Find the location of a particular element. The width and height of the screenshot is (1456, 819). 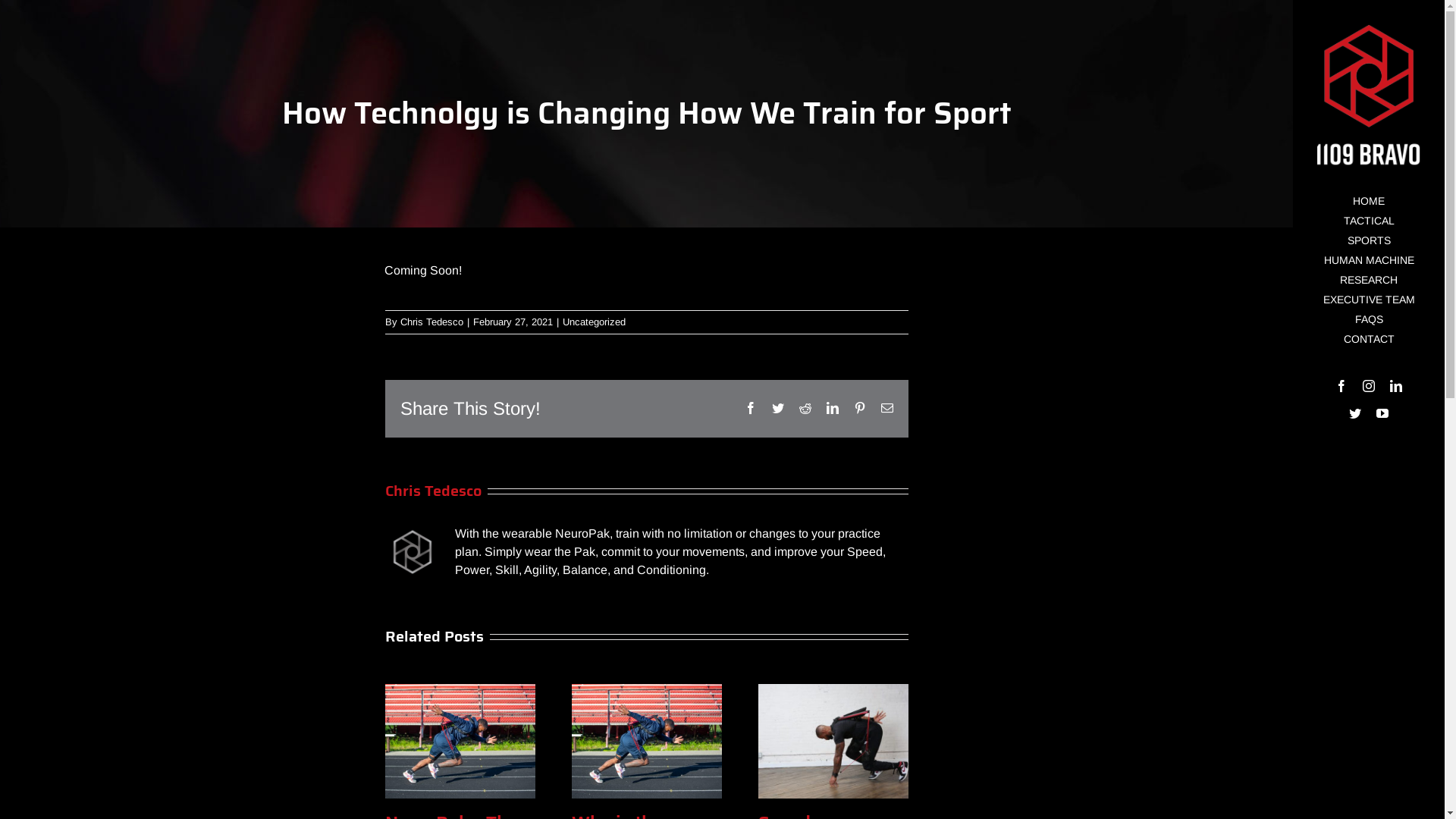

'Twitter' is located at coordinates (1354, 413).